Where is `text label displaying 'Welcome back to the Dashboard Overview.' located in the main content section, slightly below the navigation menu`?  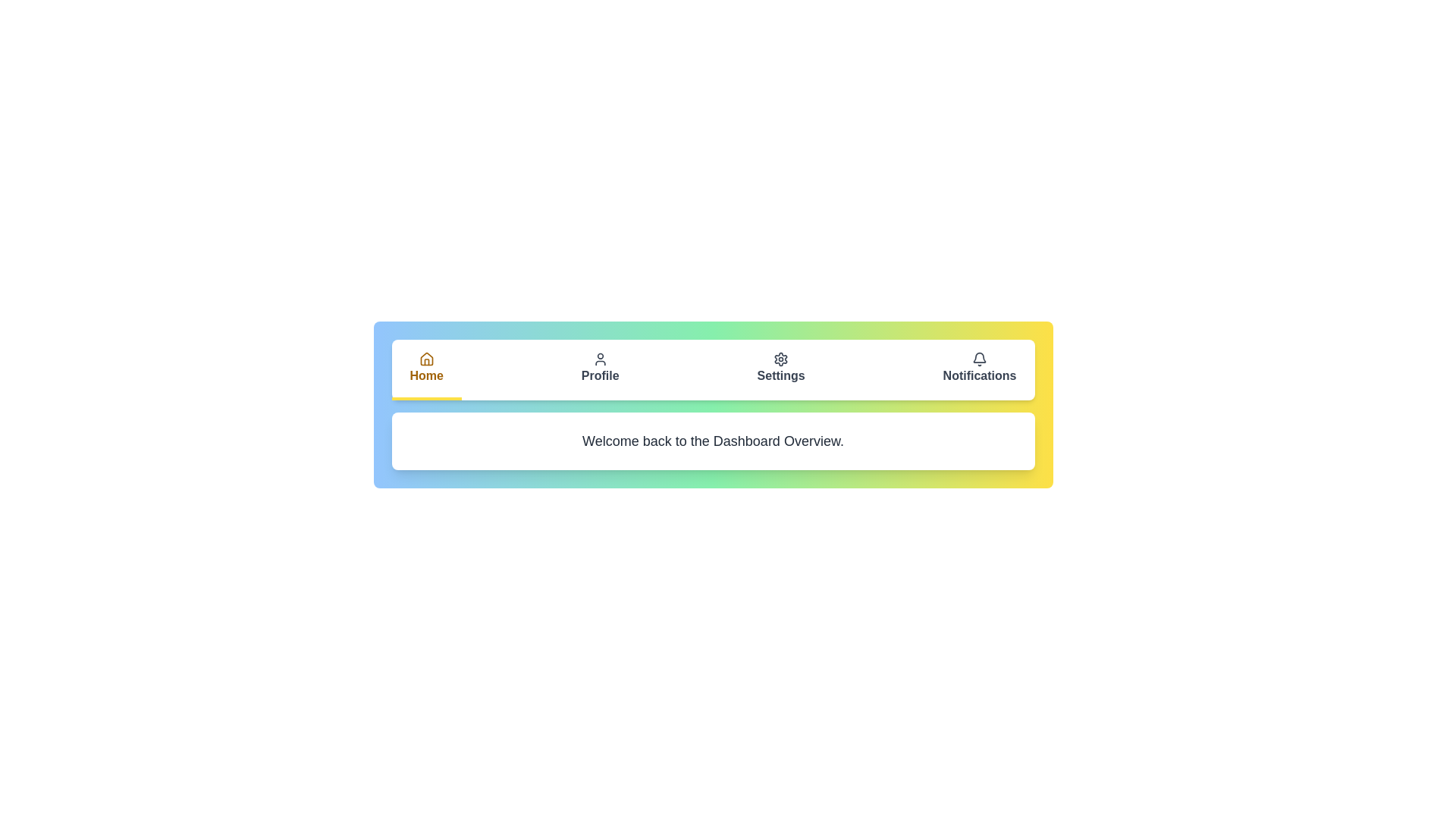
text label displaying 'Welcome back to the Dashboard Overview.' located in the main content section, slightly below the navigation menu is located at coordinates (712, 441).